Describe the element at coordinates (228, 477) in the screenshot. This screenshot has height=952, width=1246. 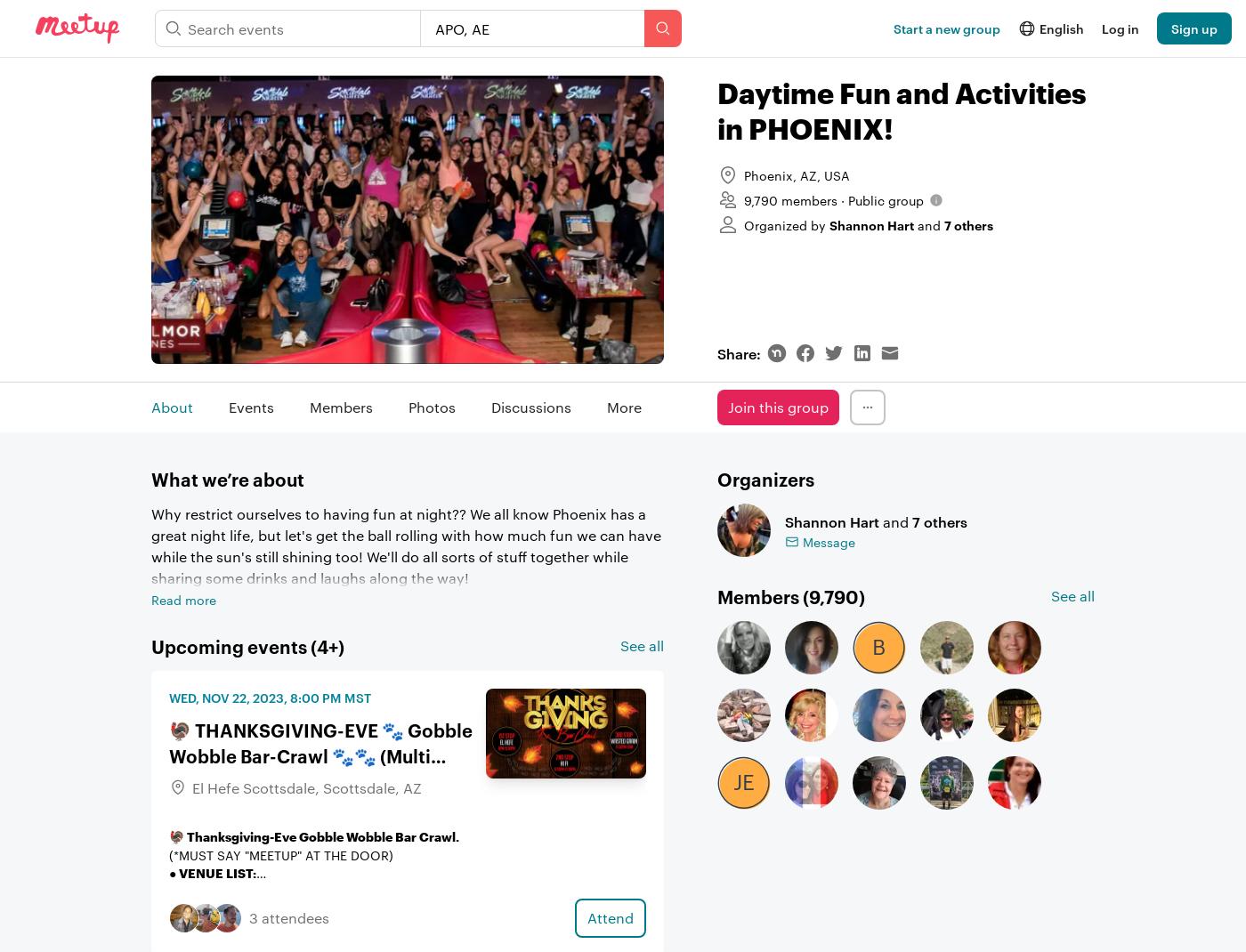
I see `'What we’re about'` at that location.